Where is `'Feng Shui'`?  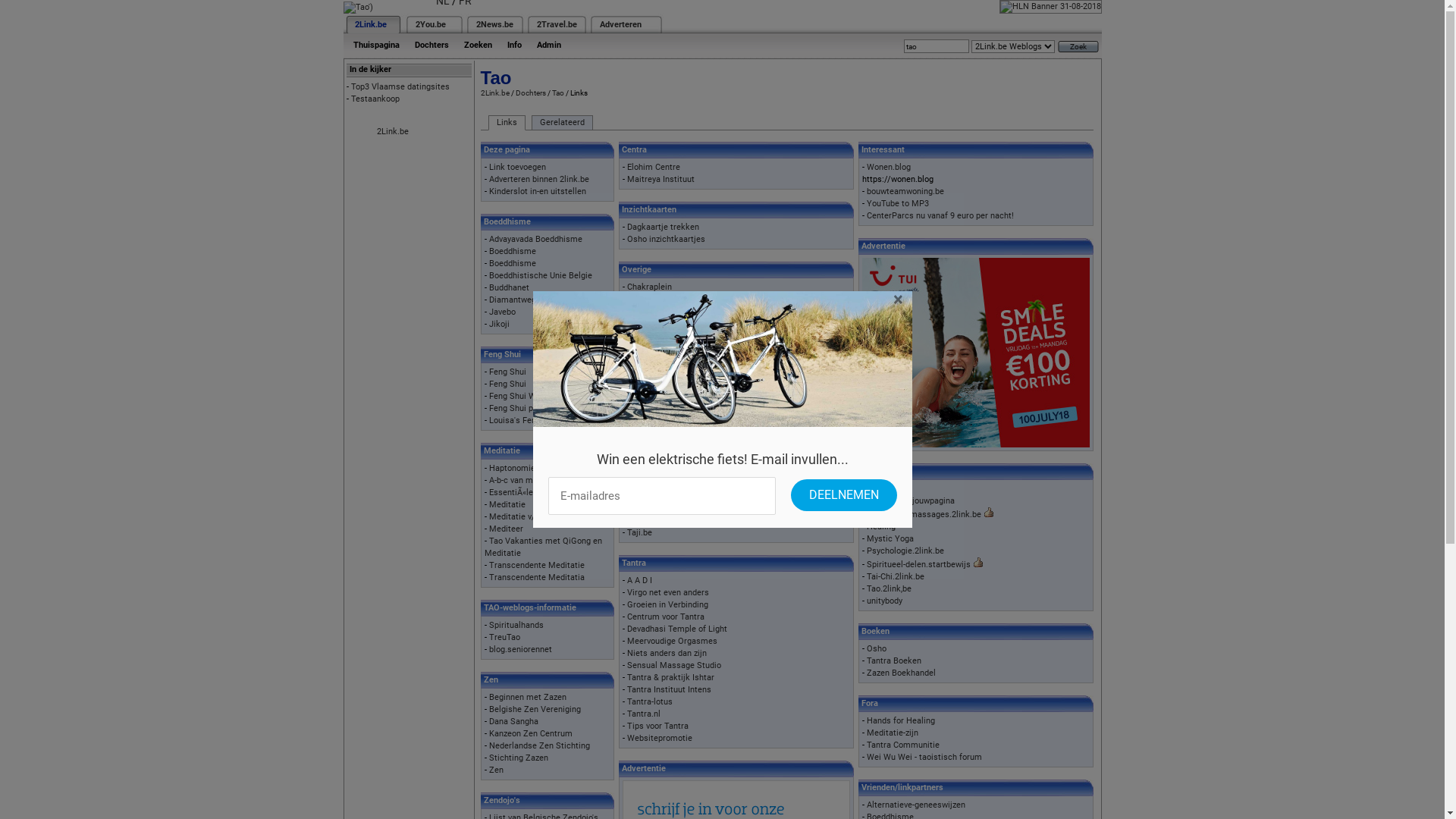
'Feng Shui' is located at coordinates (507, 372).